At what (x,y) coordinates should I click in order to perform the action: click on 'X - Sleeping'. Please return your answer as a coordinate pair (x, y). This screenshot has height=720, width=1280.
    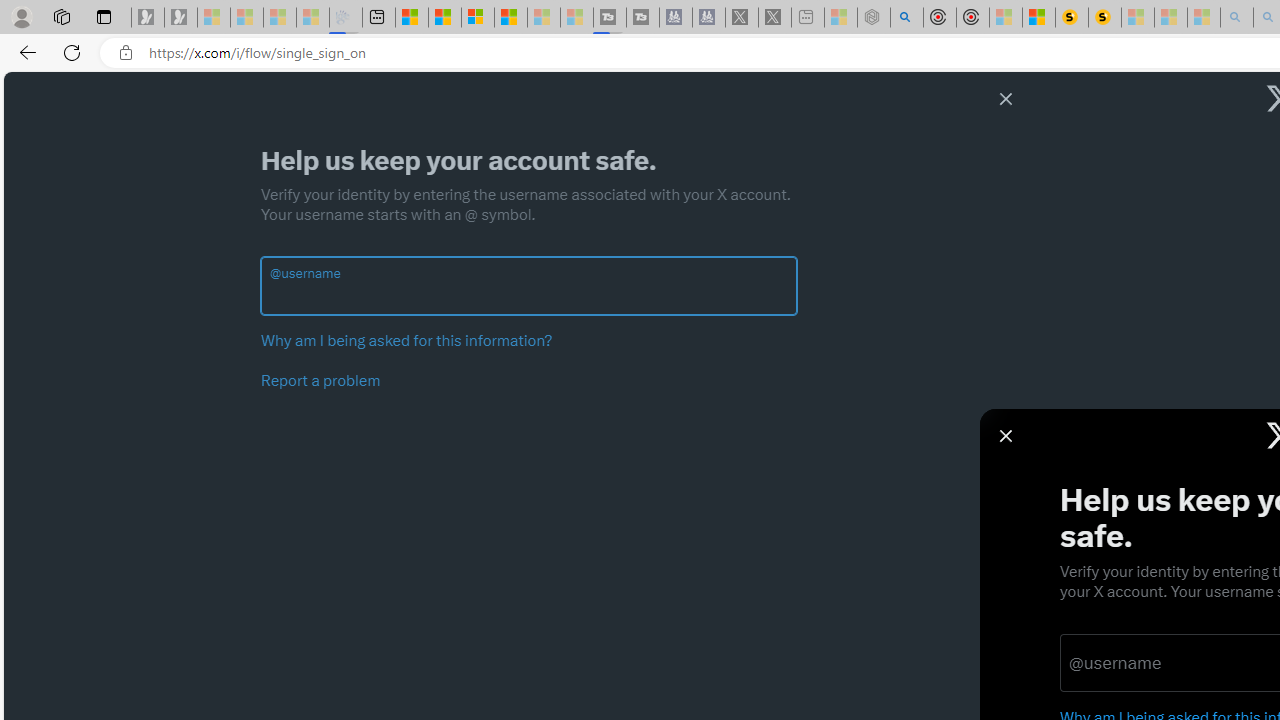
    Looking at the image, I should click on (774, 17).